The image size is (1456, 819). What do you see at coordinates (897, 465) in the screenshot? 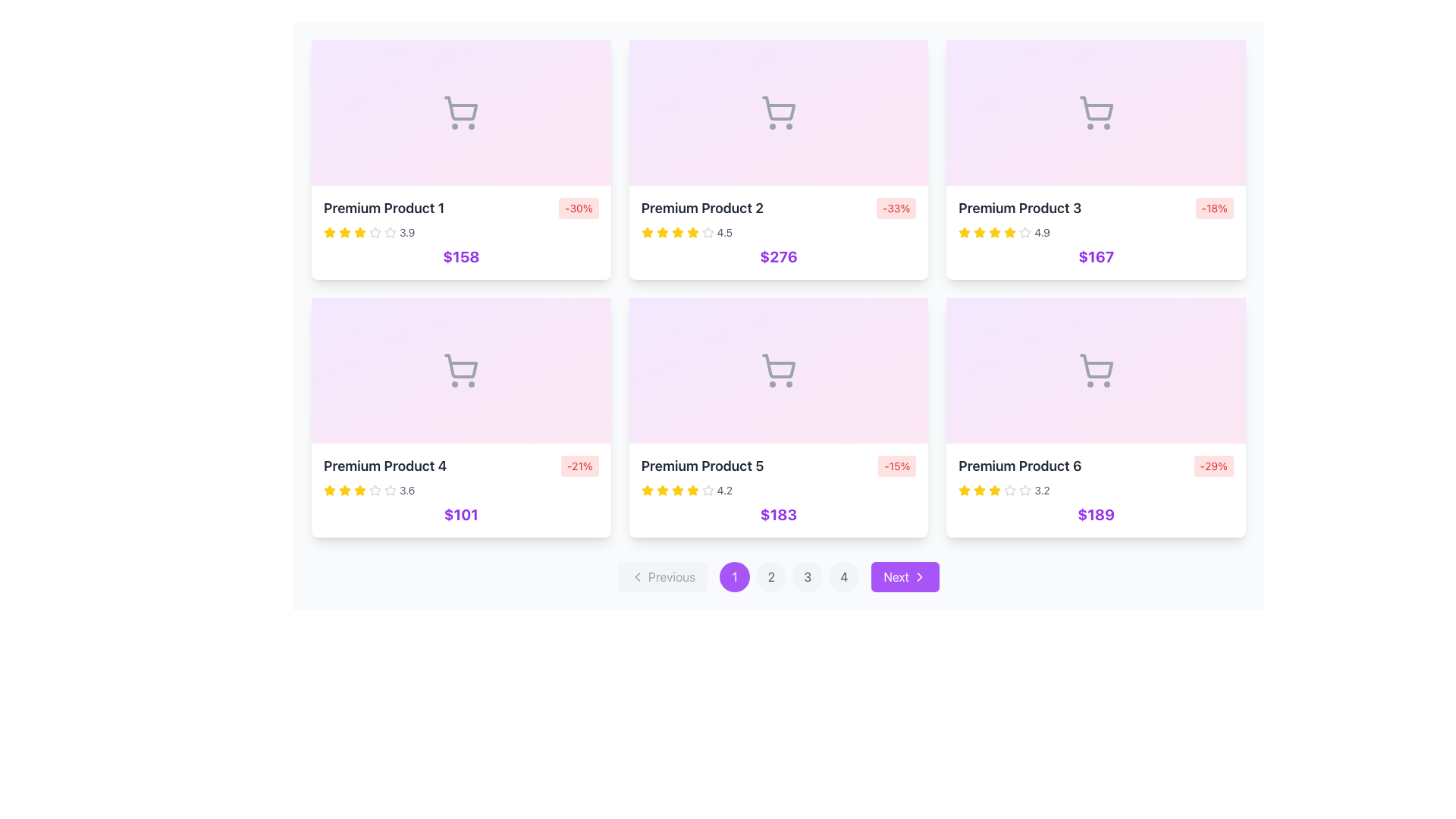
I see `the discount percentage Badge located at the top-right corner of the 'Premium Product 5' card, positioned directly to the right of the title and rating section` at bounding box center [897, 465].